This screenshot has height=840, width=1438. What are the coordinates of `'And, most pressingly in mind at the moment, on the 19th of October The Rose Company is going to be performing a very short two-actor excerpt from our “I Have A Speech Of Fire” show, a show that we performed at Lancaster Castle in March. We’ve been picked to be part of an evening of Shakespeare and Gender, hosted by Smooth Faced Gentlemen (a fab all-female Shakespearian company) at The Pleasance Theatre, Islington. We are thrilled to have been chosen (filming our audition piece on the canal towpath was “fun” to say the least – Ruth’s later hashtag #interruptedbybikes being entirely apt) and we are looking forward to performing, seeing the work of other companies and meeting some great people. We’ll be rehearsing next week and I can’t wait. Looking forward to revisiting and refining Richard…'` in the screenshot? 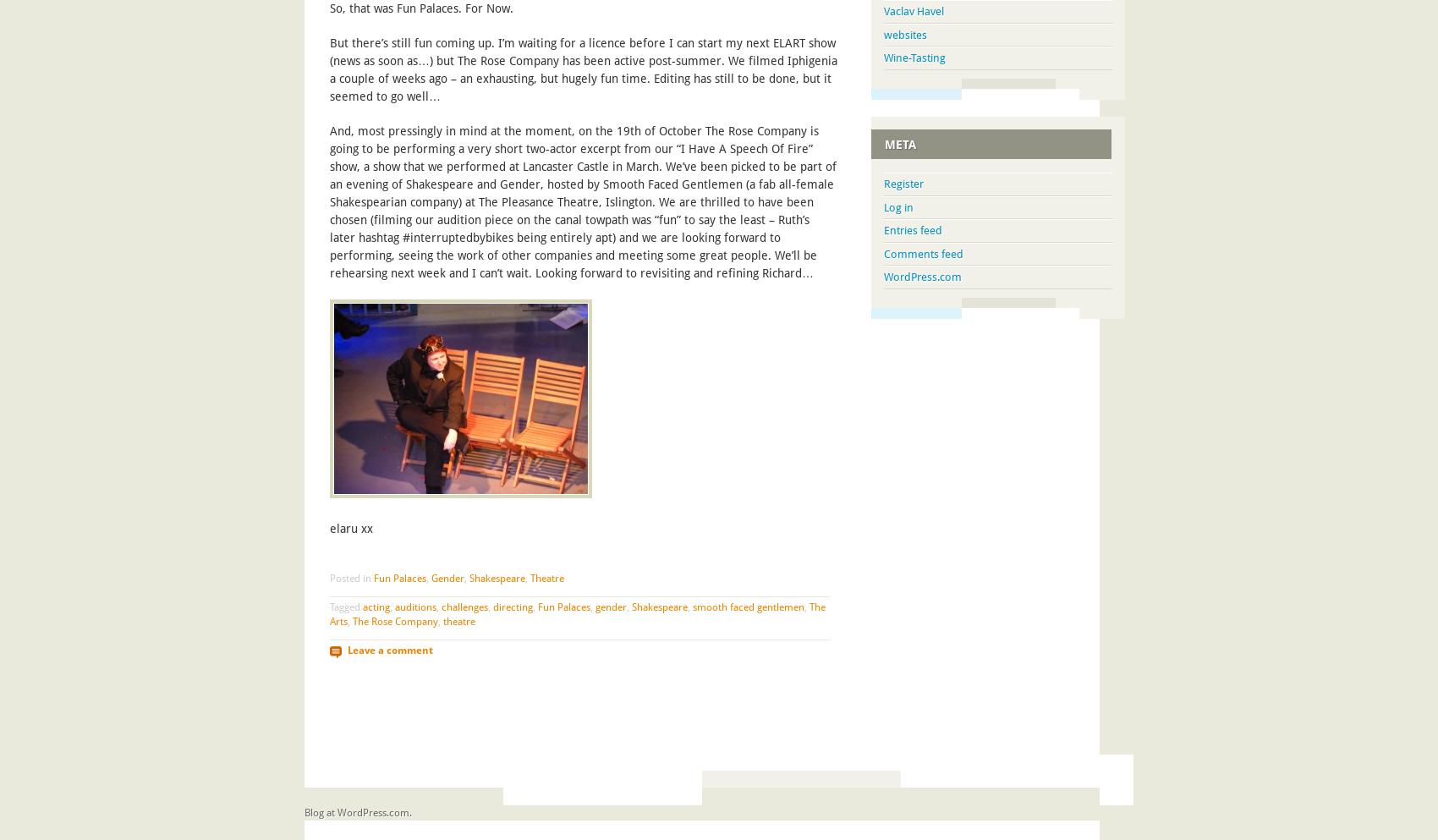 It's located at (583, 201).